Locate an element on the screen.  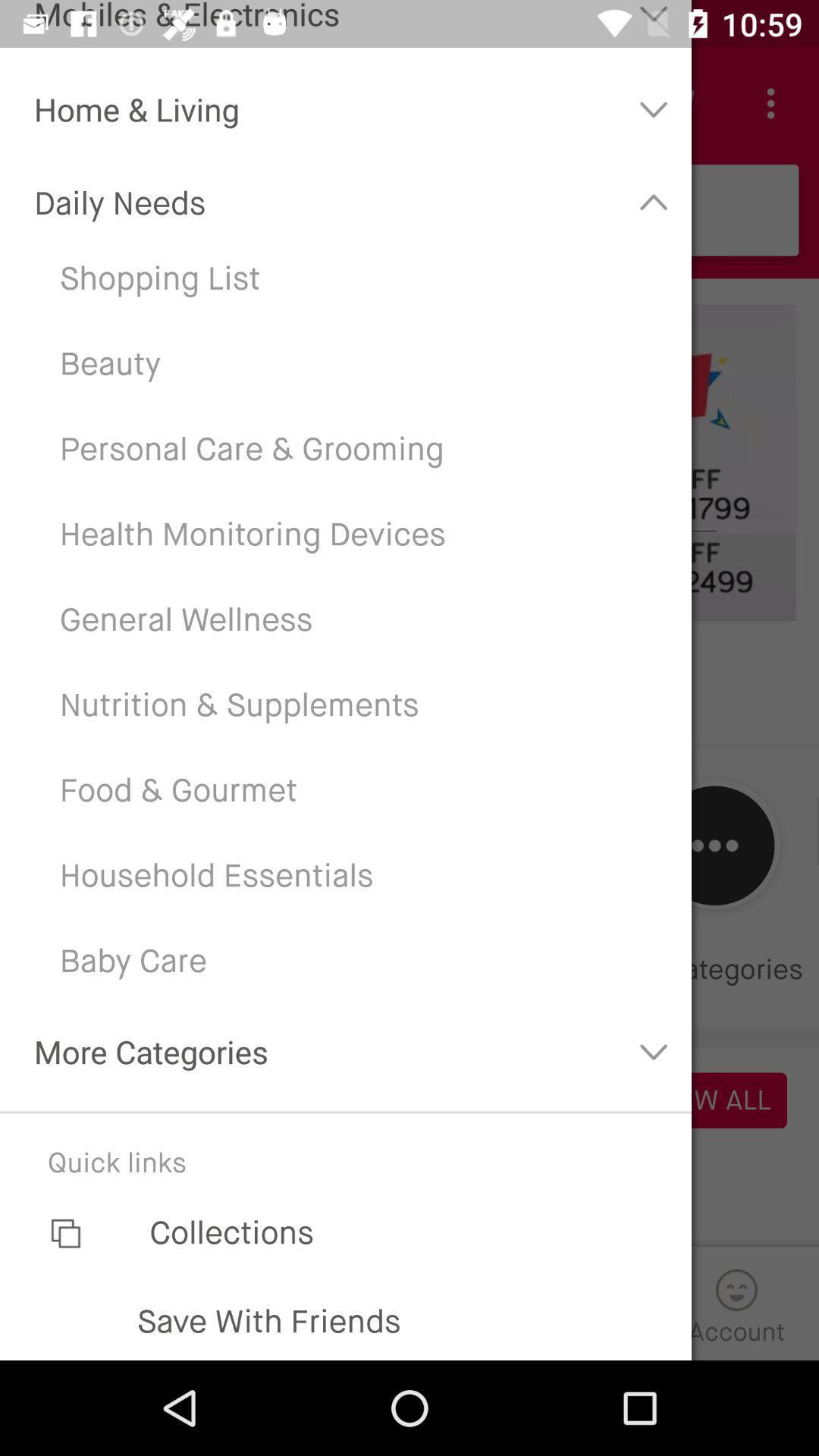
the button which is next to the household essentials is located at coordinates (714, 846).